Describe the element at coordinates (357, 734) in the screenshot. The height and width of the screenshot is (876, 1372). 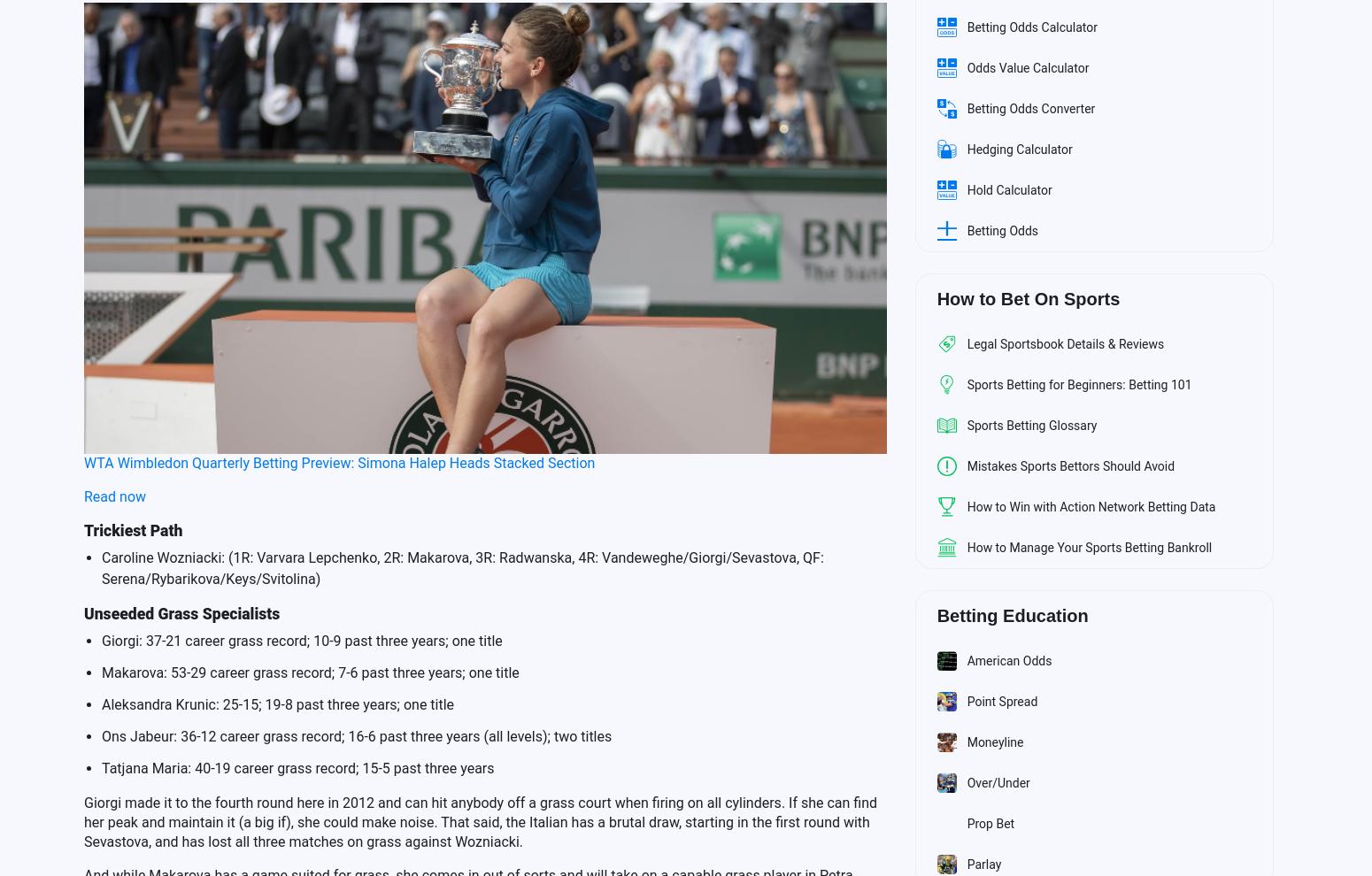
I see `'Ons Jabeur: 36-12 career grass record; 16-6 past three years (all levels); two titles'` at that location.